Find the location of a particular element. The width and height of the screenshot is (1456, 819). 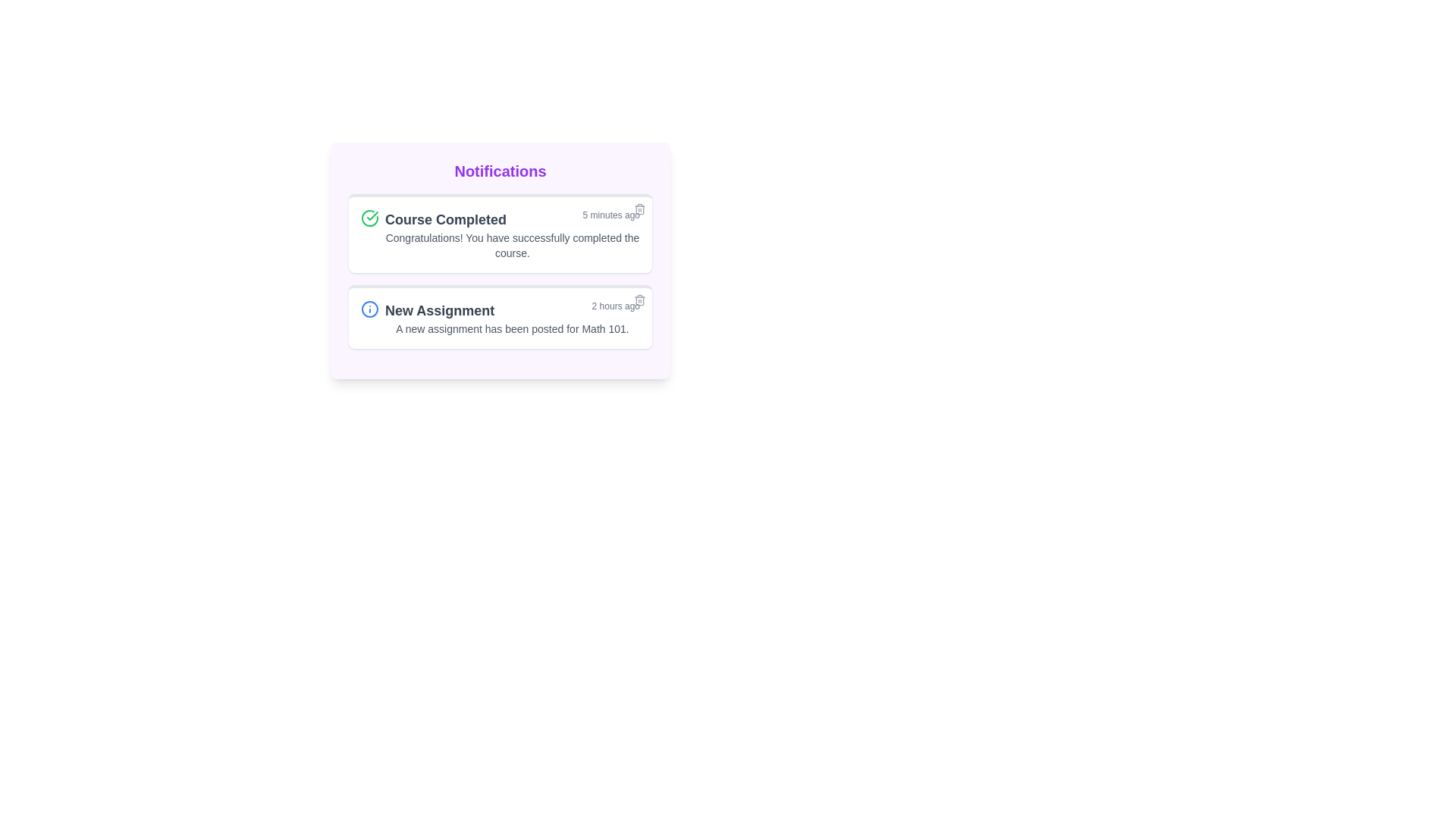

the circular checkmark graphic representing a success status within the notification area of the 'Course Completed' card is located at coordinates (370, 218).